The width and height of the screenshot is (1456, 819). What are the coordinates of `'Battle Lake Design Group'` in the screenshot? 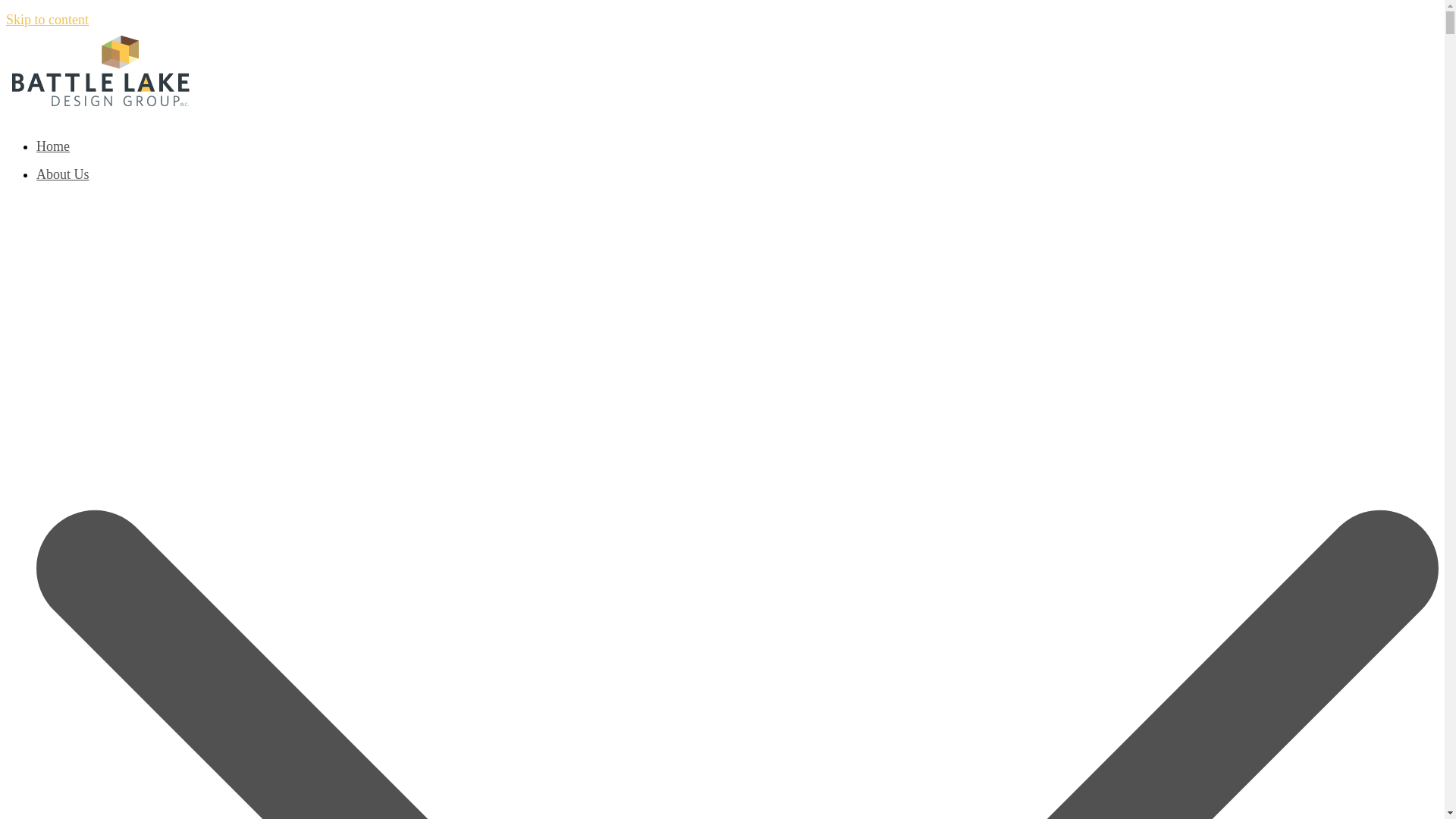 It's located at (100, 104).